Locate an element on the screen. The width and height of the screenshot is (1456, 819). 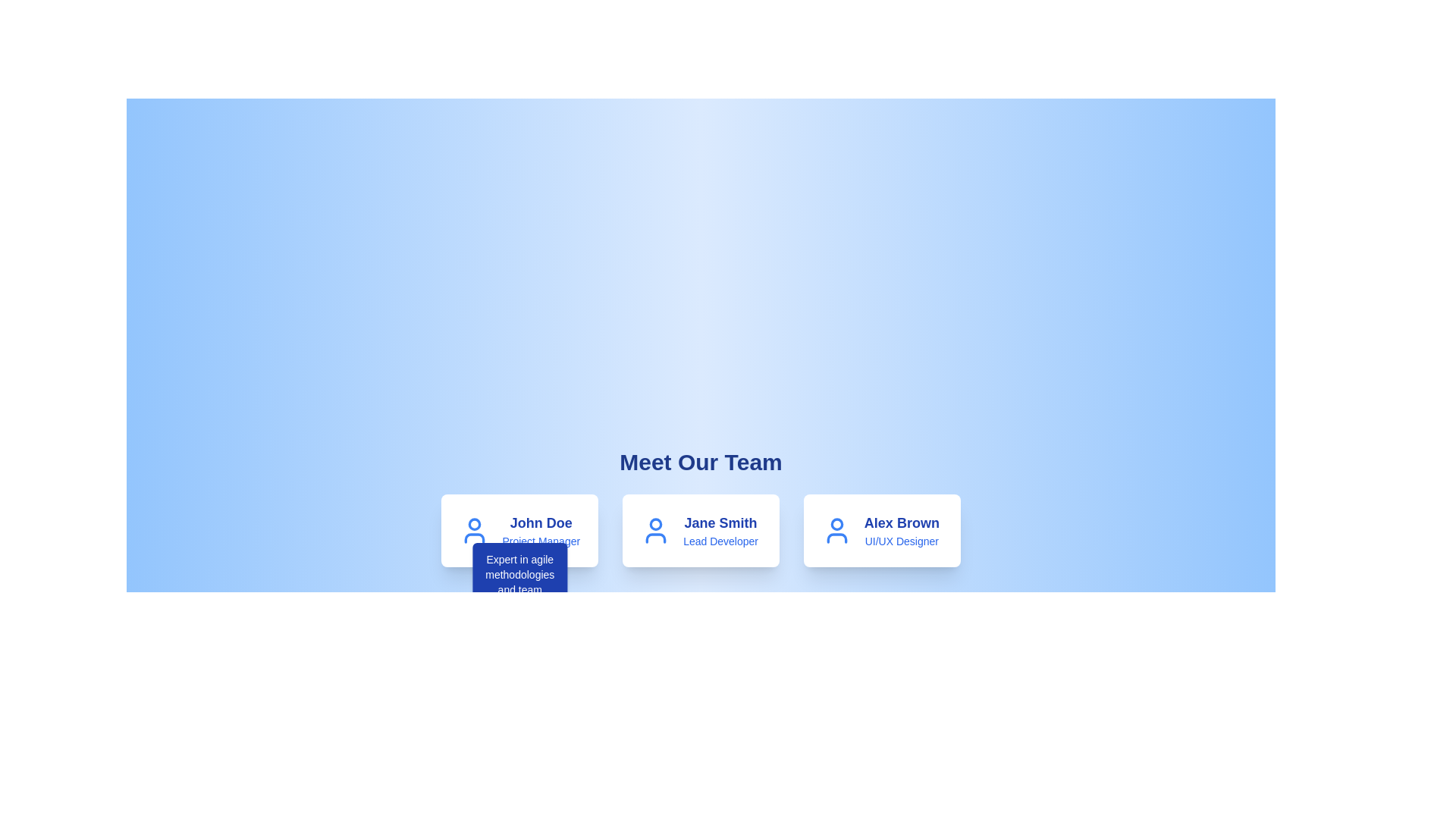
the profile card for 'Alex Brown', which indicates their role as a 'UI/UX Designer', located as the third card in a grid layout is located at coordinates (882, 529).